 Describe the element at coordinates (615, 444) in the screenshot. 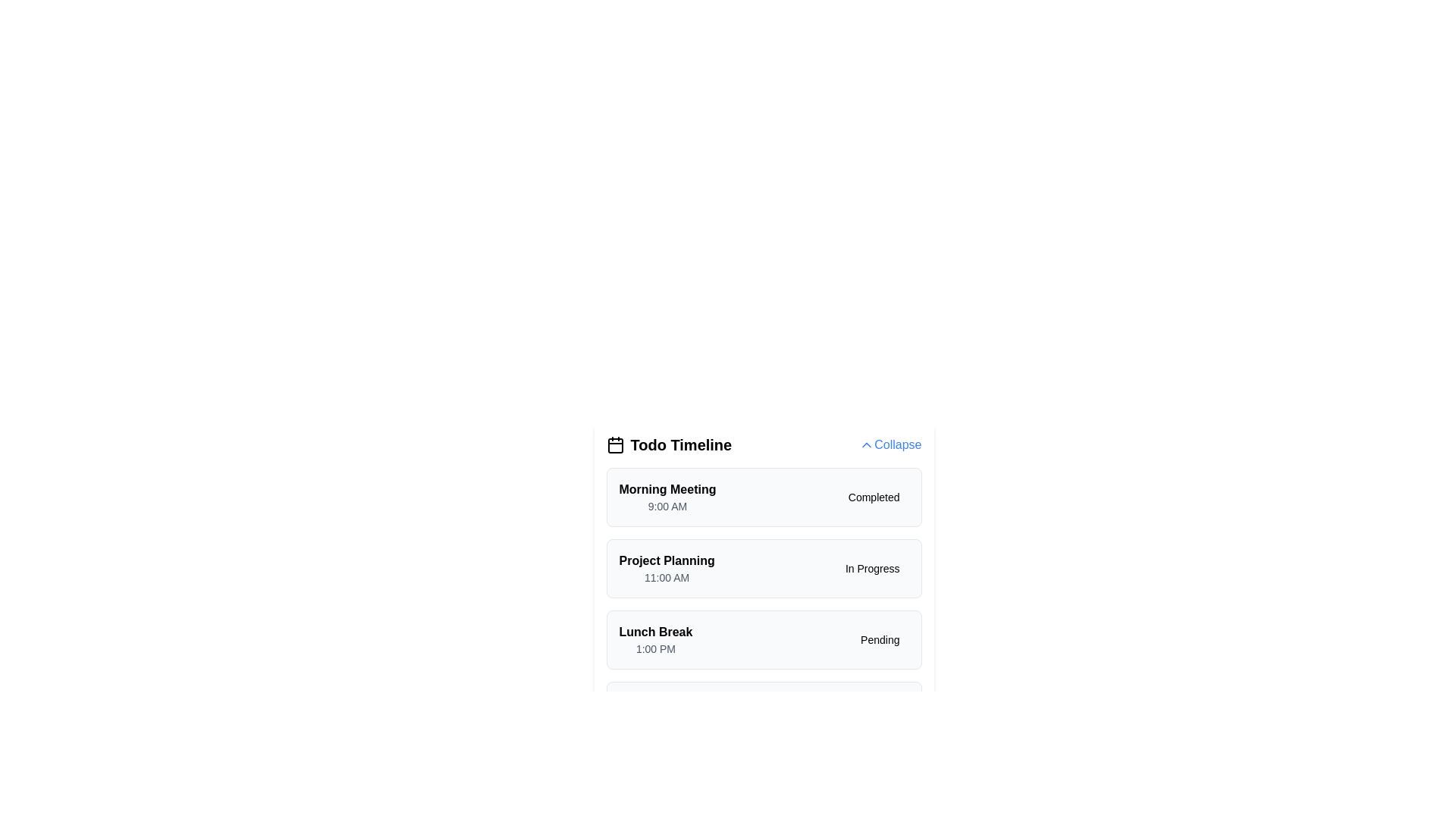

I see `the decorative icon located to the left of the 'Todo Timeline' text in the header section` at that location.